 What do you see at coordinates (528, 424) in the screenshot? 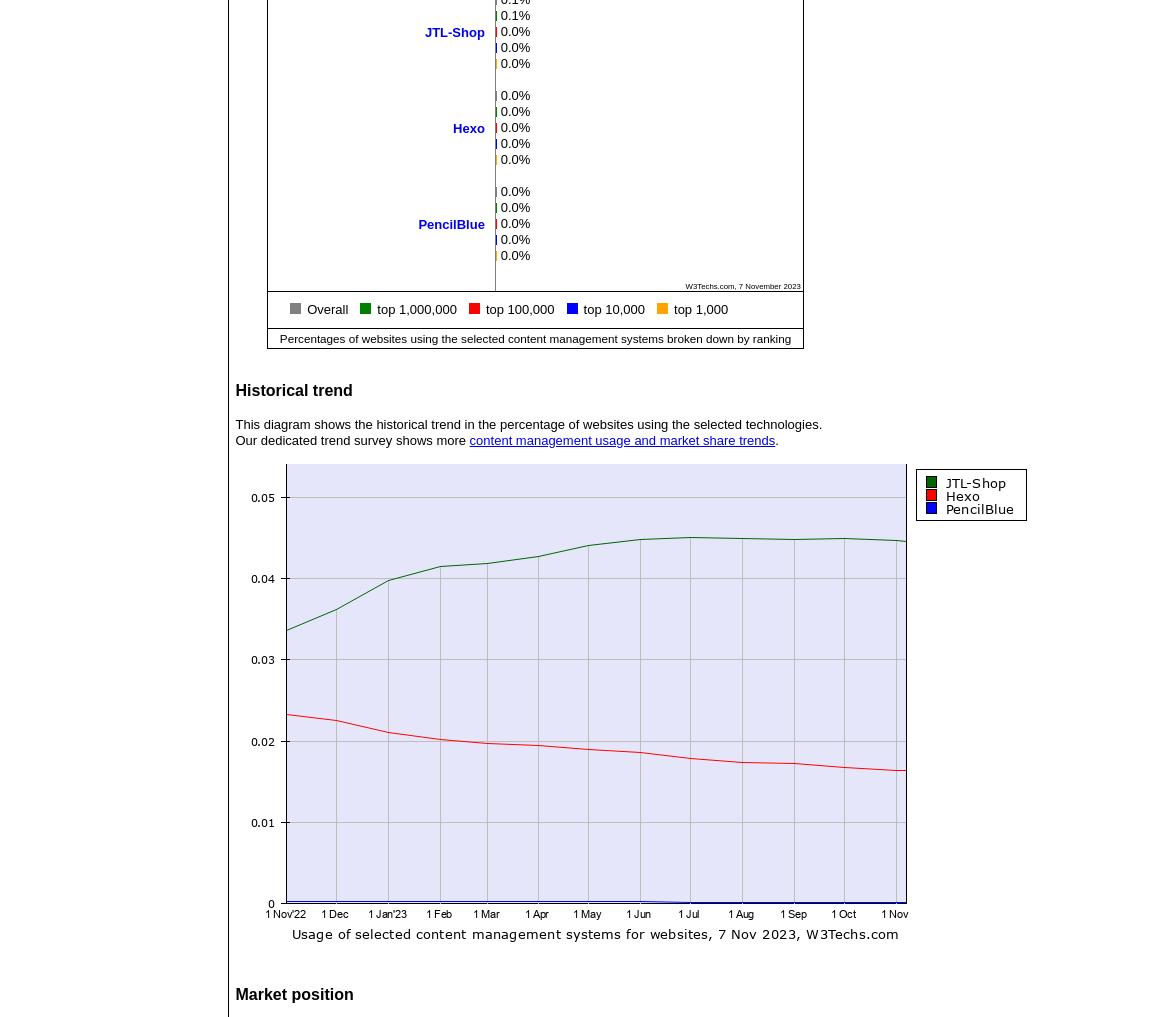
I see `'This diagram shows the historical trend in the percentage of websites using the selected technologies.'` at bounding box center [528, 424].